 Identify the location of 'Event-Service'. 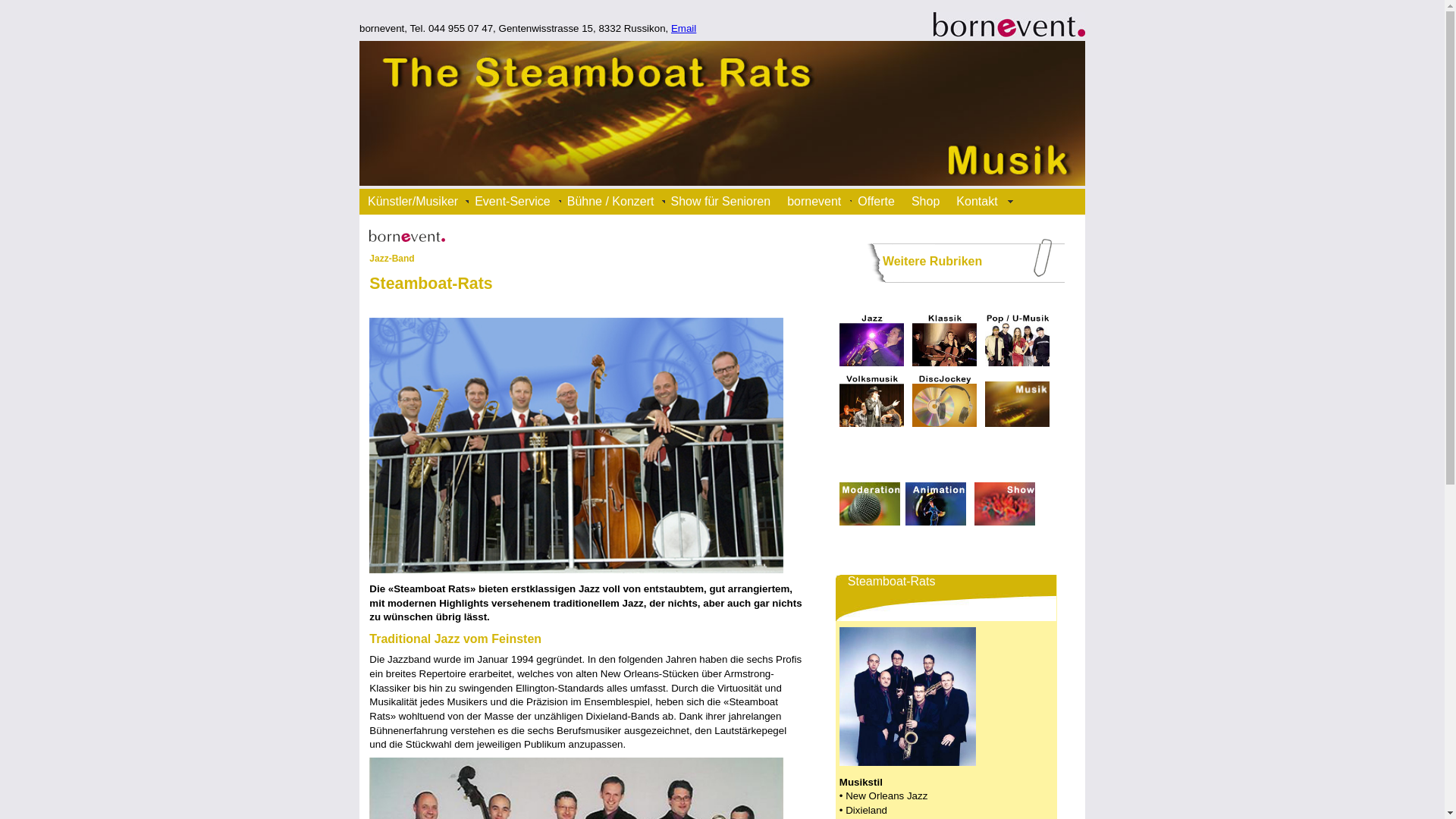
(468, 201).